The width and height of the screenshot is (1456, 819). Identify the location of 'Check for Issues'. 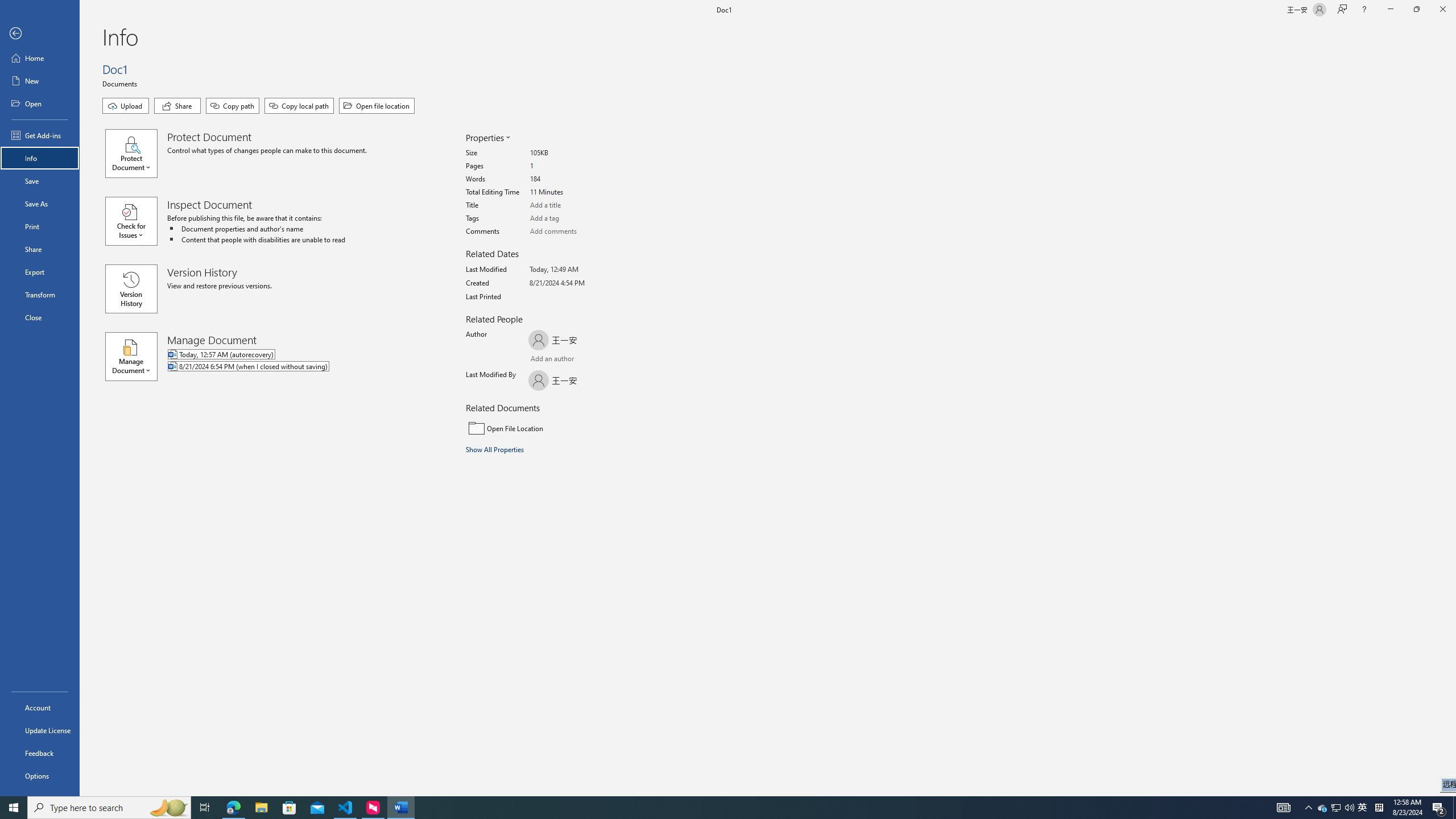
(136, 220).